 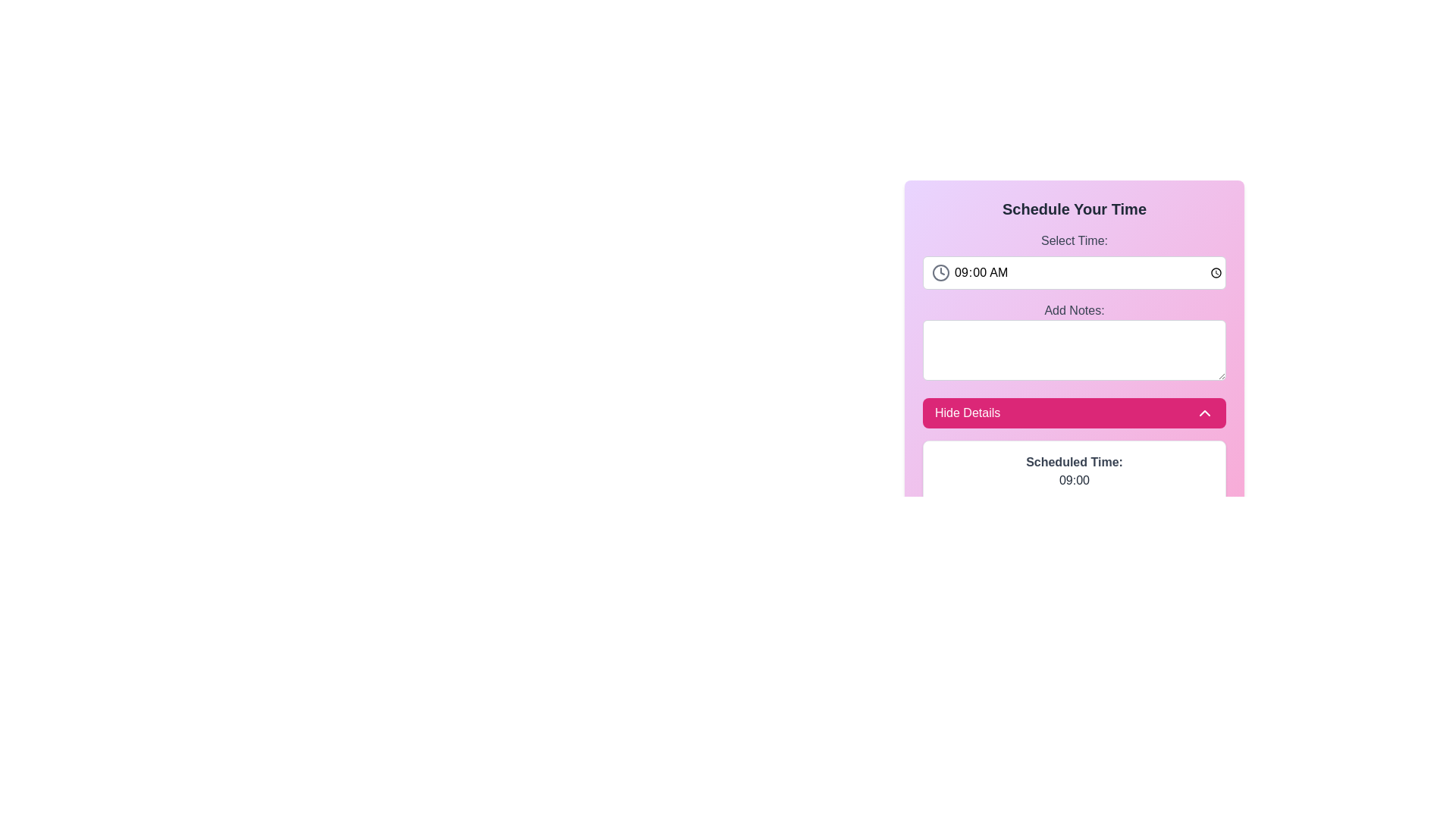 What do you see at coordinates (1073, 461) in the screenshot?
I see `the Text label that provides a descriptive title for the adjacent time value '09:00', located centrally above it within the interface` at bounding box center [1073, 461].